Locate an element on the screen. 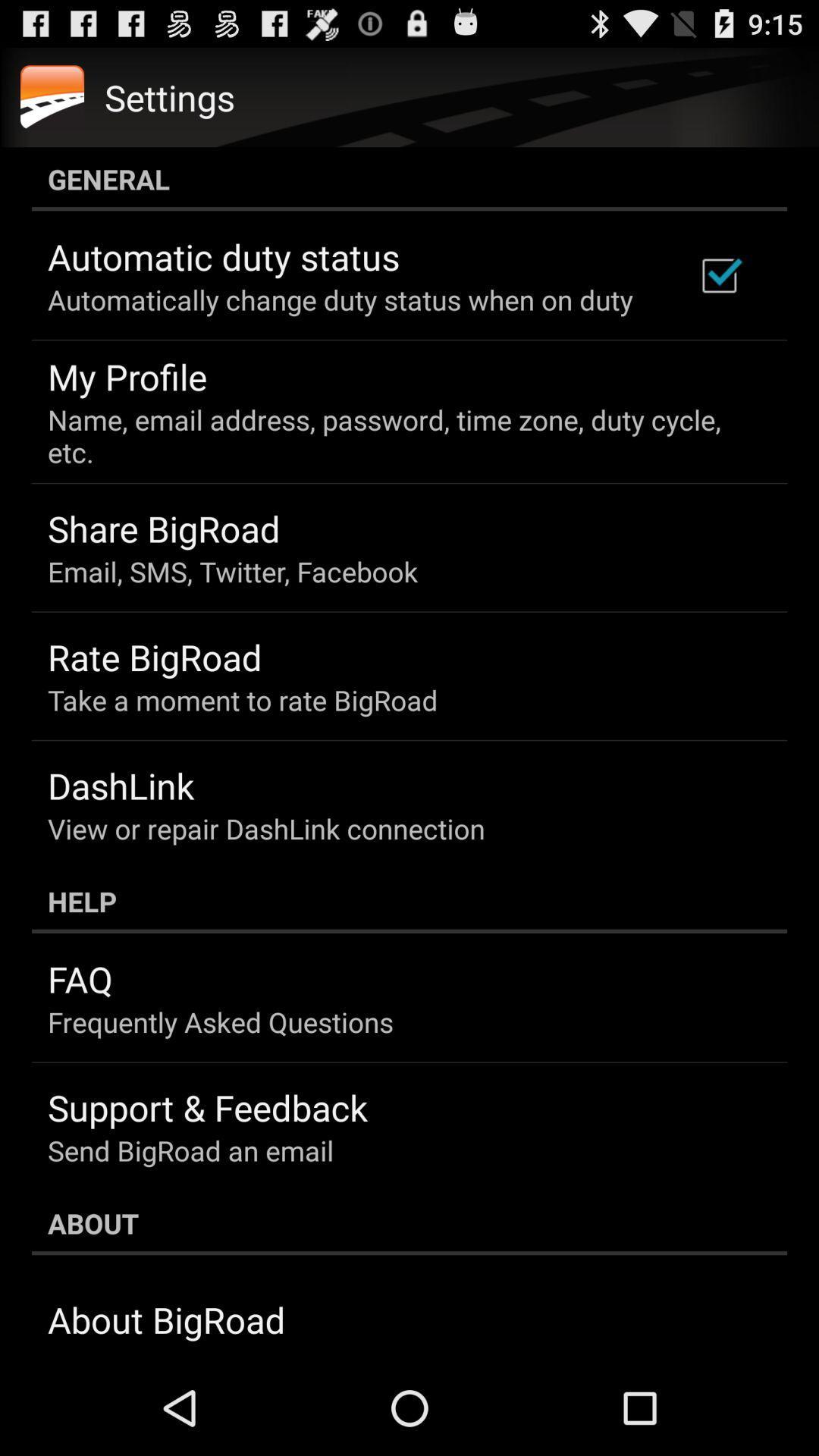 Image resolution: width=819 pixels, height=1456 pixels. icon above the dashlink is located at coordinates (242, 699).